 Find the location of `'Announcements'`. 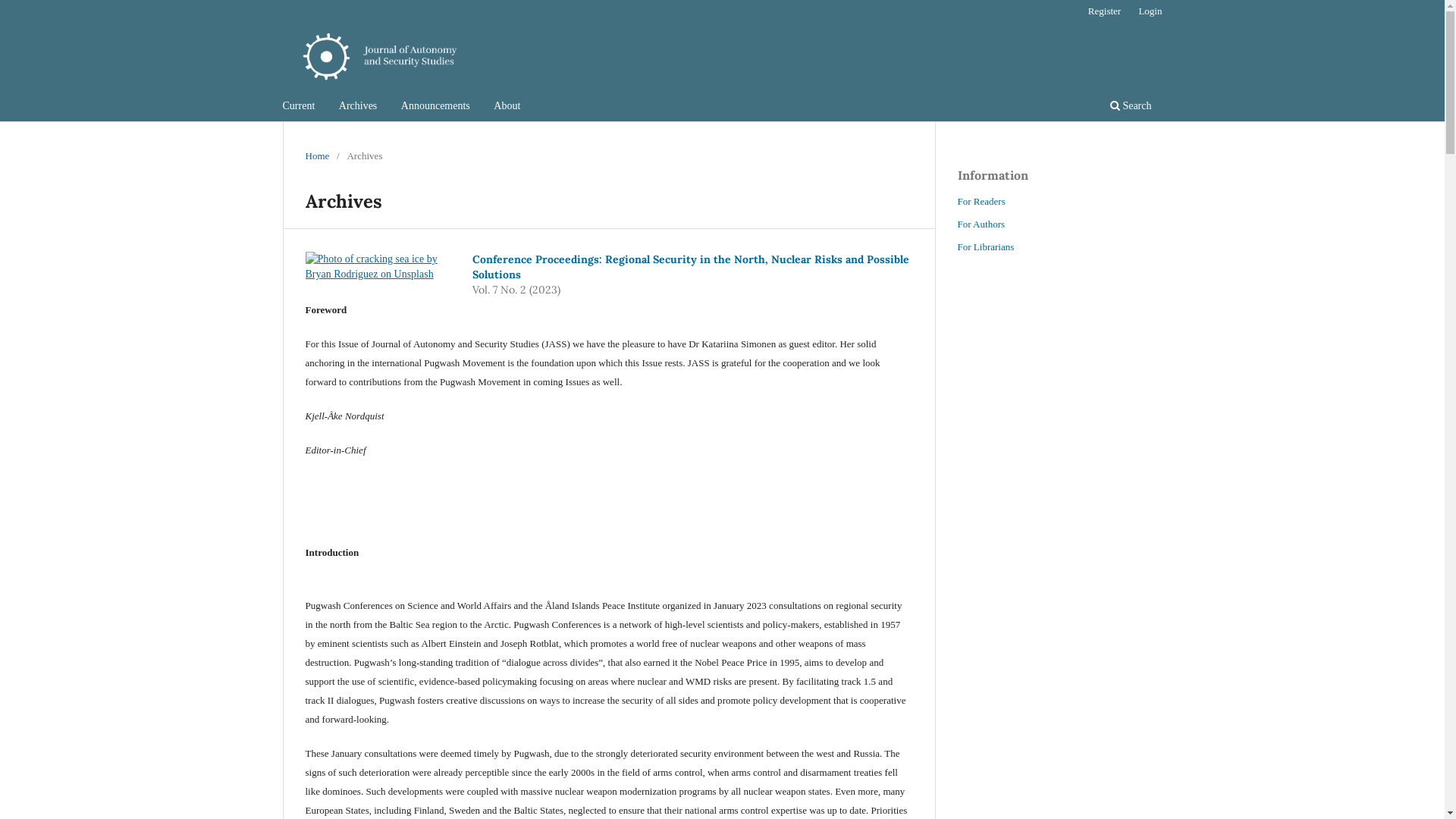

'Announcements' is located at coordinates (435, 107).